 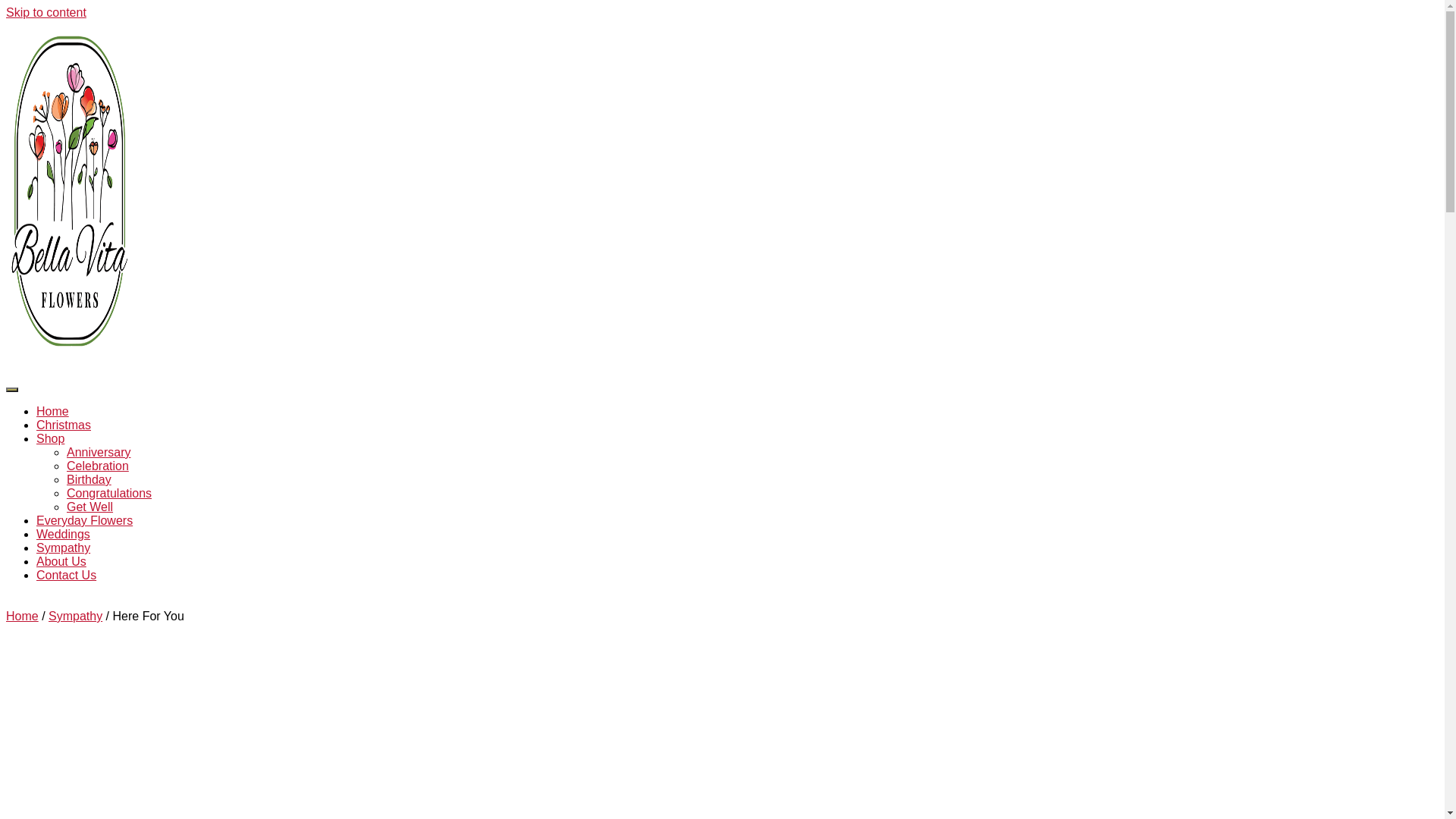 What do you see at coordinates (62, 533) in the screenshot?
I see `'Weddings'` at bounding box center [62, 533].